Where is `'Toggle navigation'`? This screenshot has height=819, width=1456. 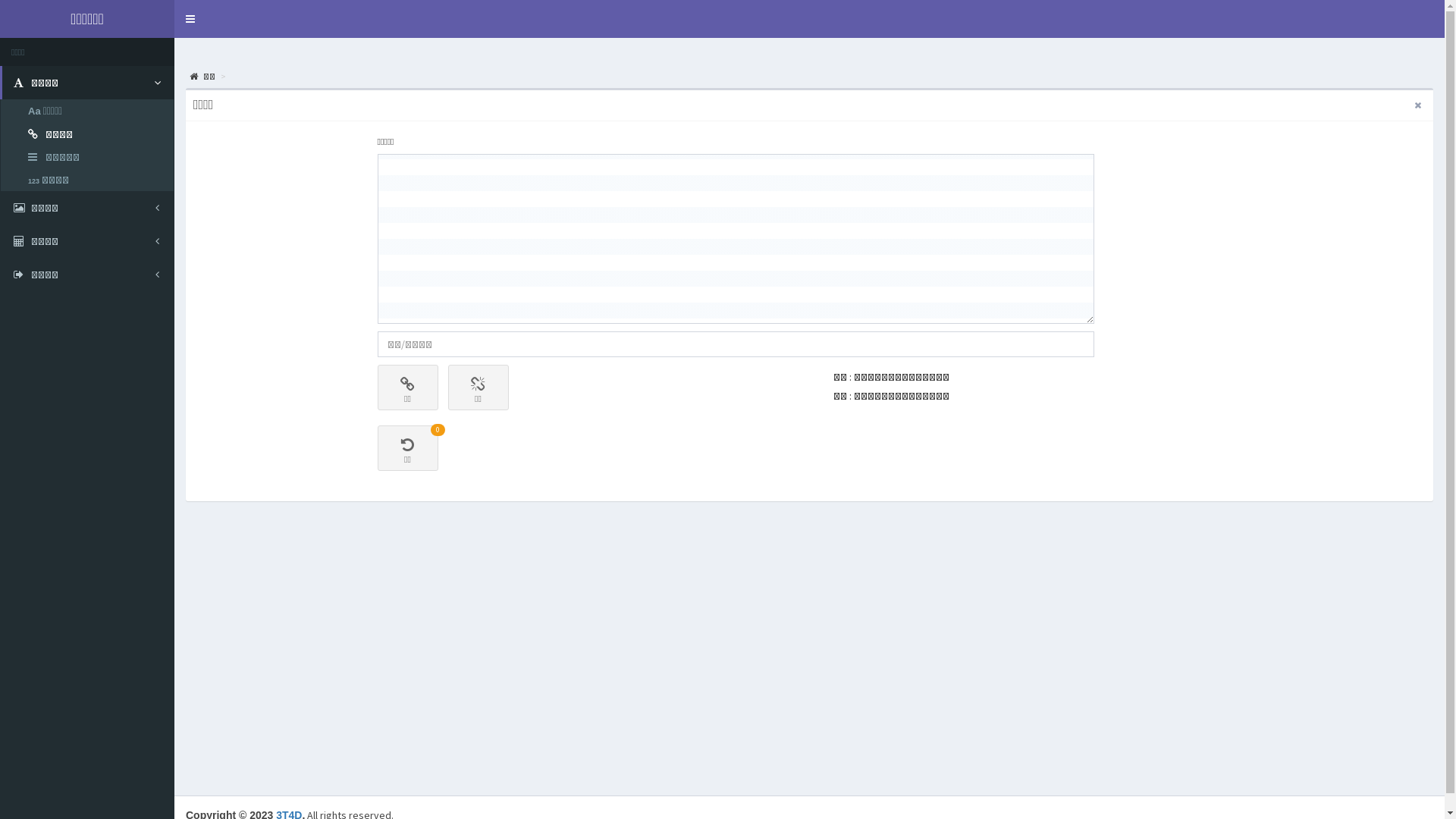 'Toggle navigation' is located at coordinates (189, 18).